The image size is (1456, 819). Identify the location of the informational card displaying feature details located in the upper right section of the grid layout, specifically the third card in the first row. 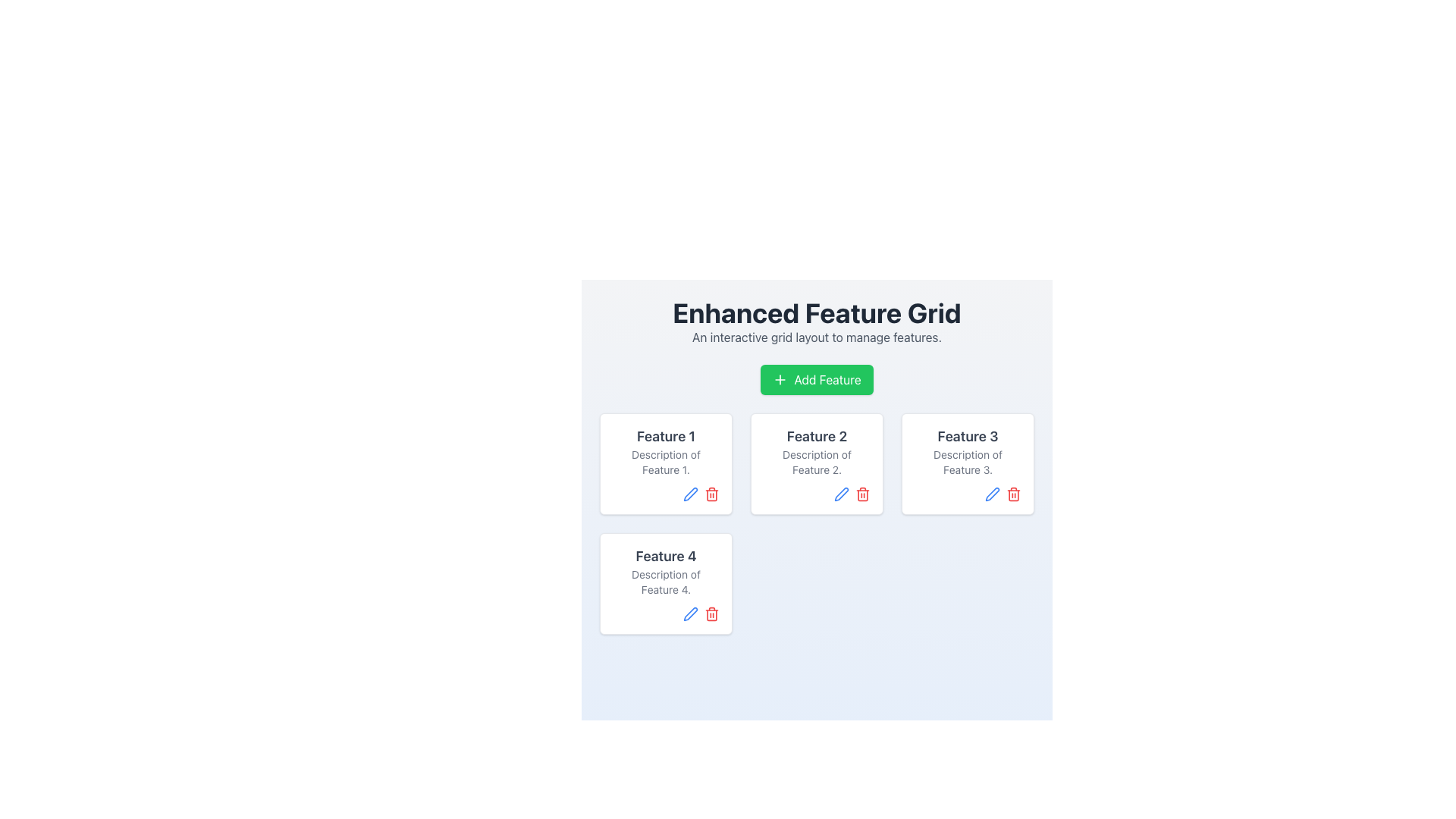
(967, 463).